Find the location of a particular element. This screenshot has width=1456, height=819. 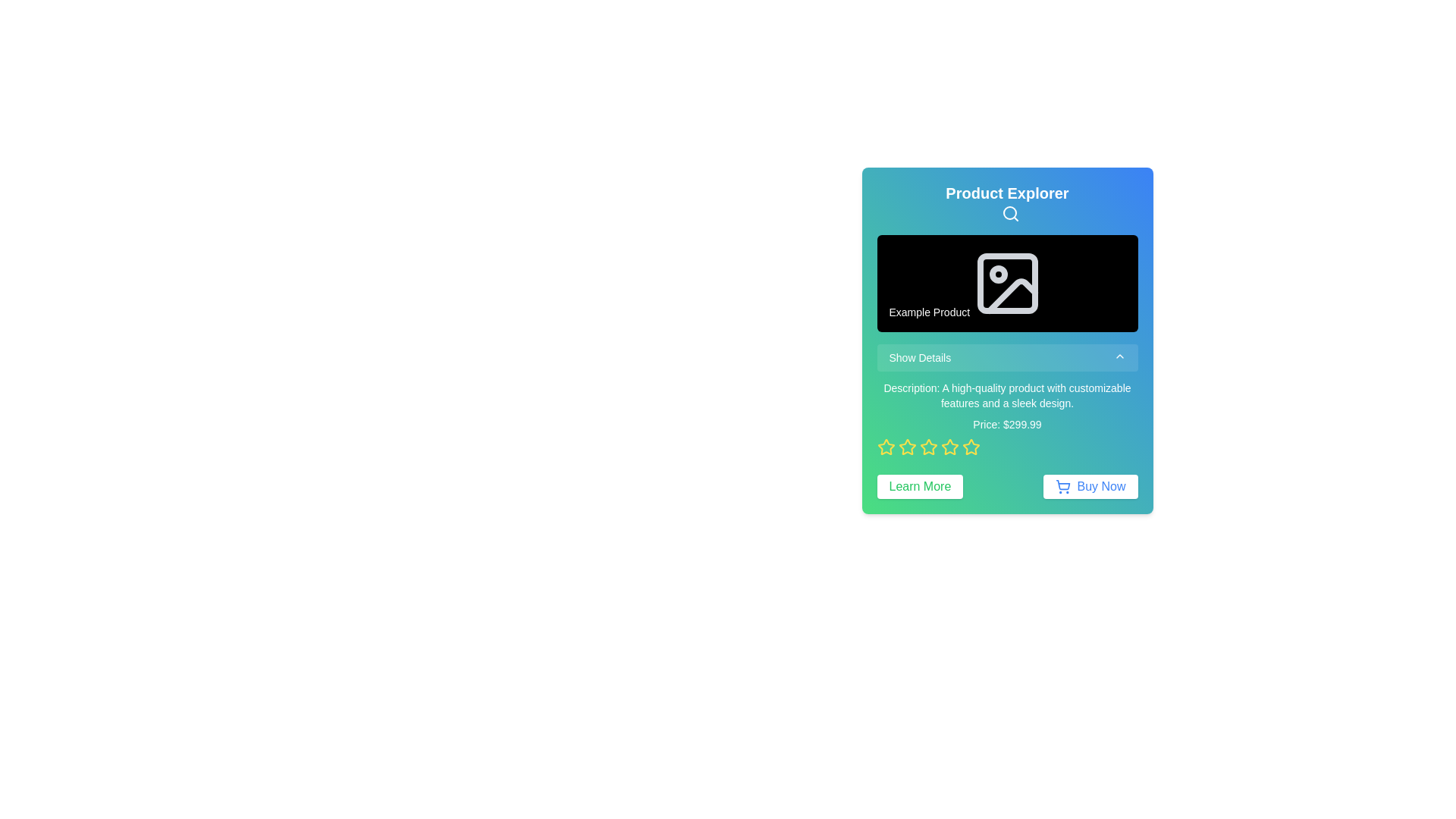

the third star-shaped button in the rating widget, which has a yellow outline and a green background is located at coordinates (927, 446).